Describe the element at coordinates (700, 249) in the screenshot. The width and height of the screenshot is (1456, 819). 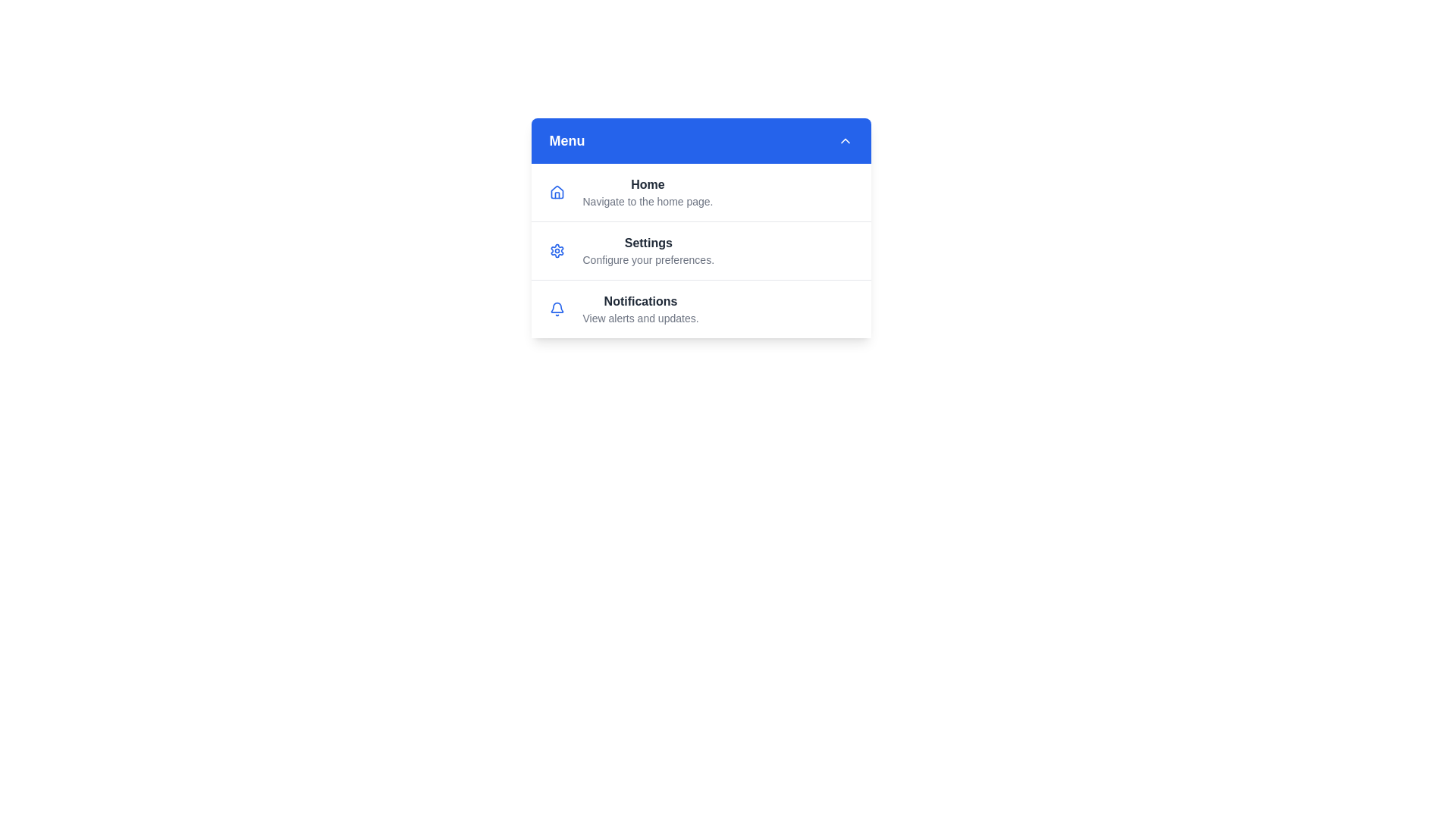
I see `the menu item Settings from the visible menu options` at that location.